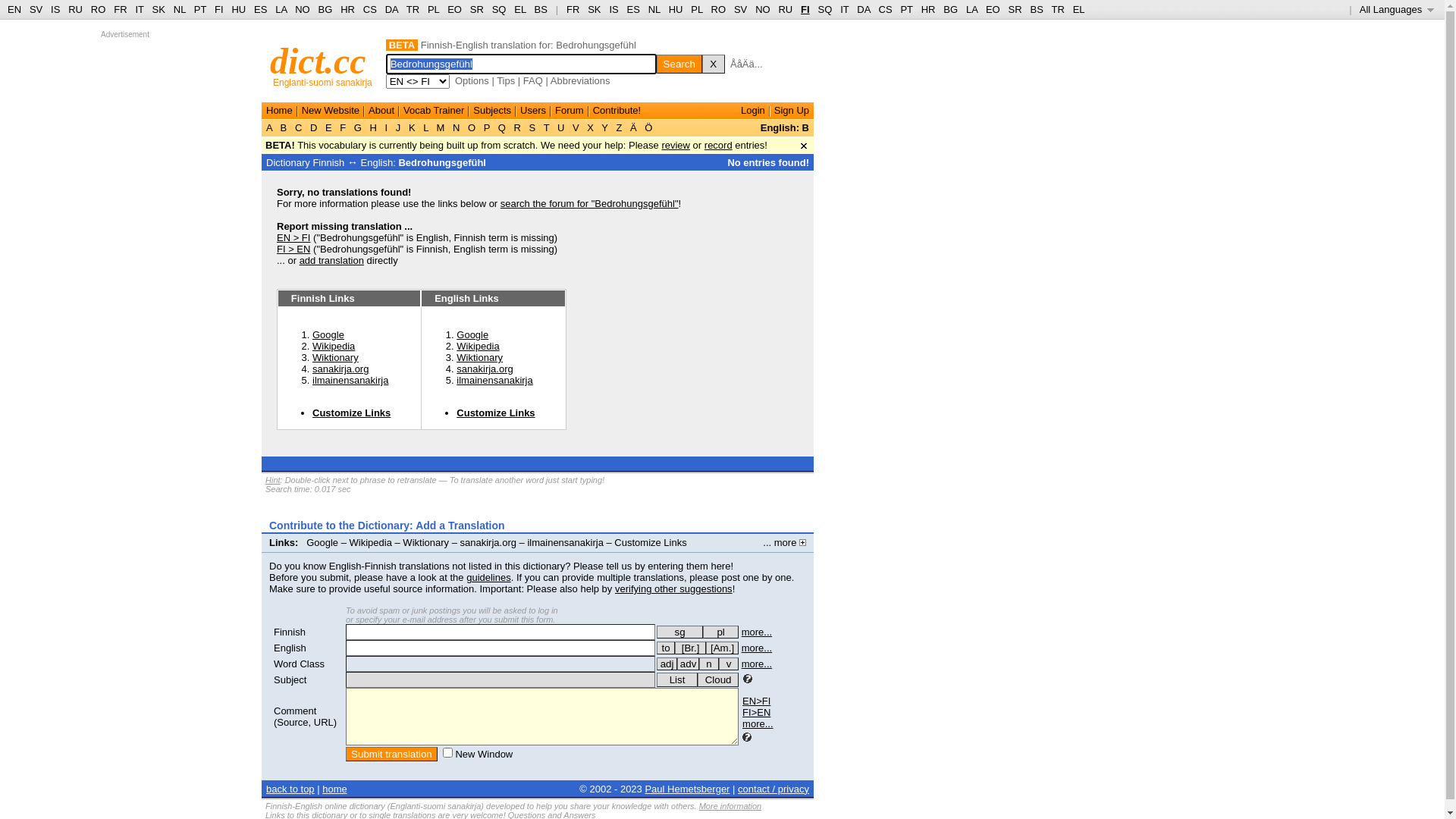 This screenshot has width=1456, height=819. I want to click on 'R', so click(510, 127).